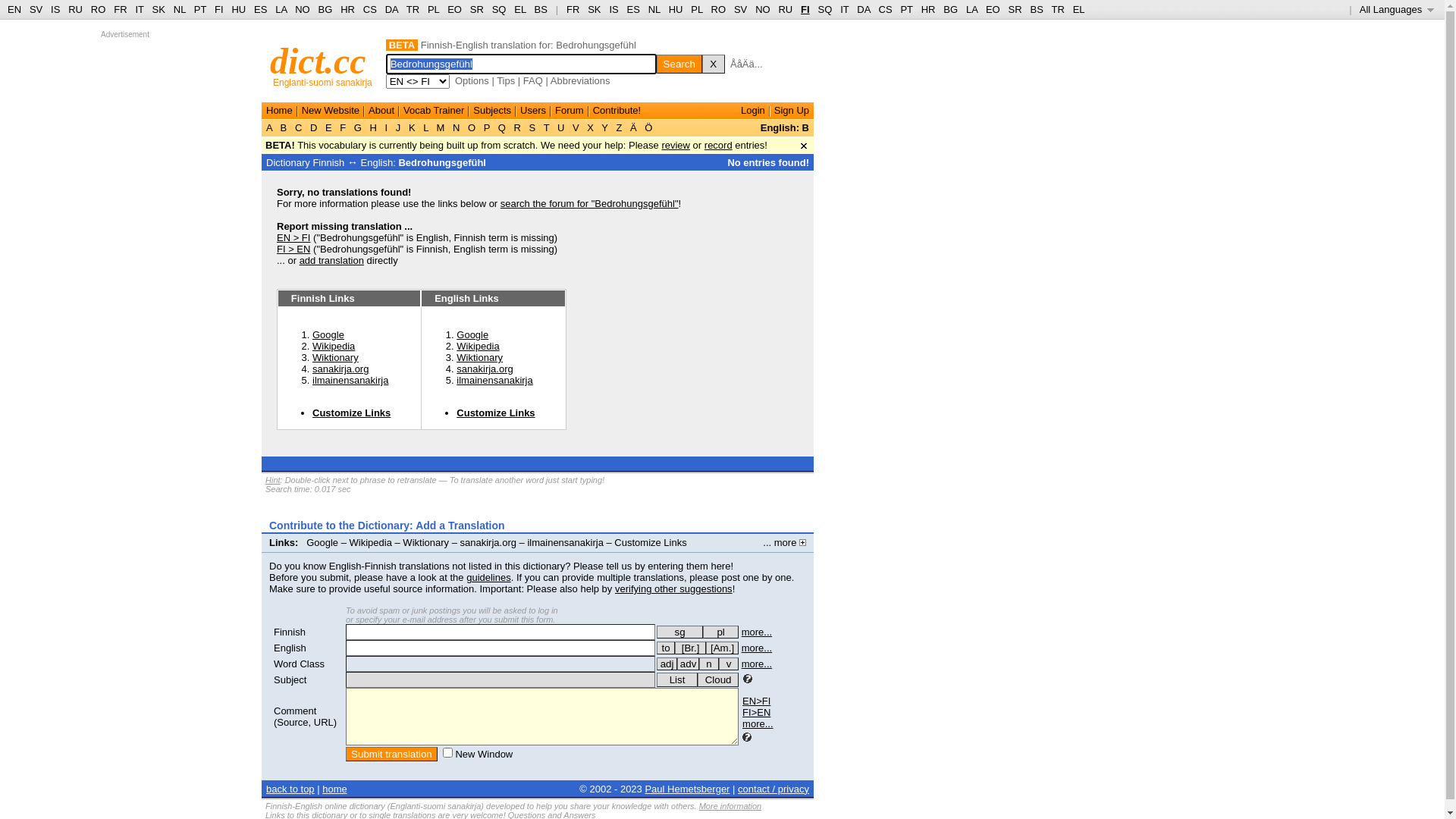 This screenshot has width=1456, height=819. I want to click on 'R', so click(510, 127).